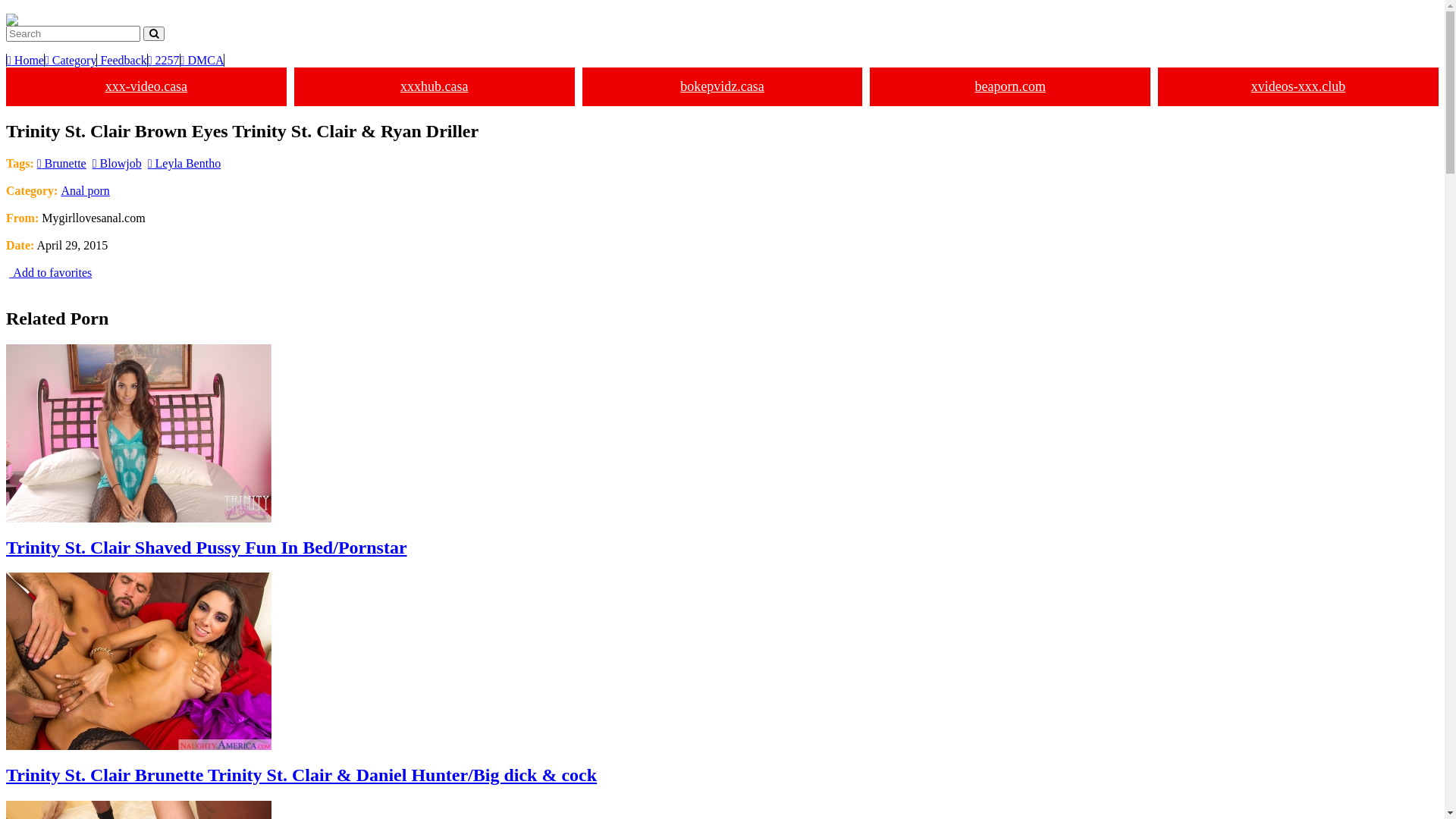 This screenshot has height=819, width=1456. I want to click on 'DMCA', so click(202, 59).